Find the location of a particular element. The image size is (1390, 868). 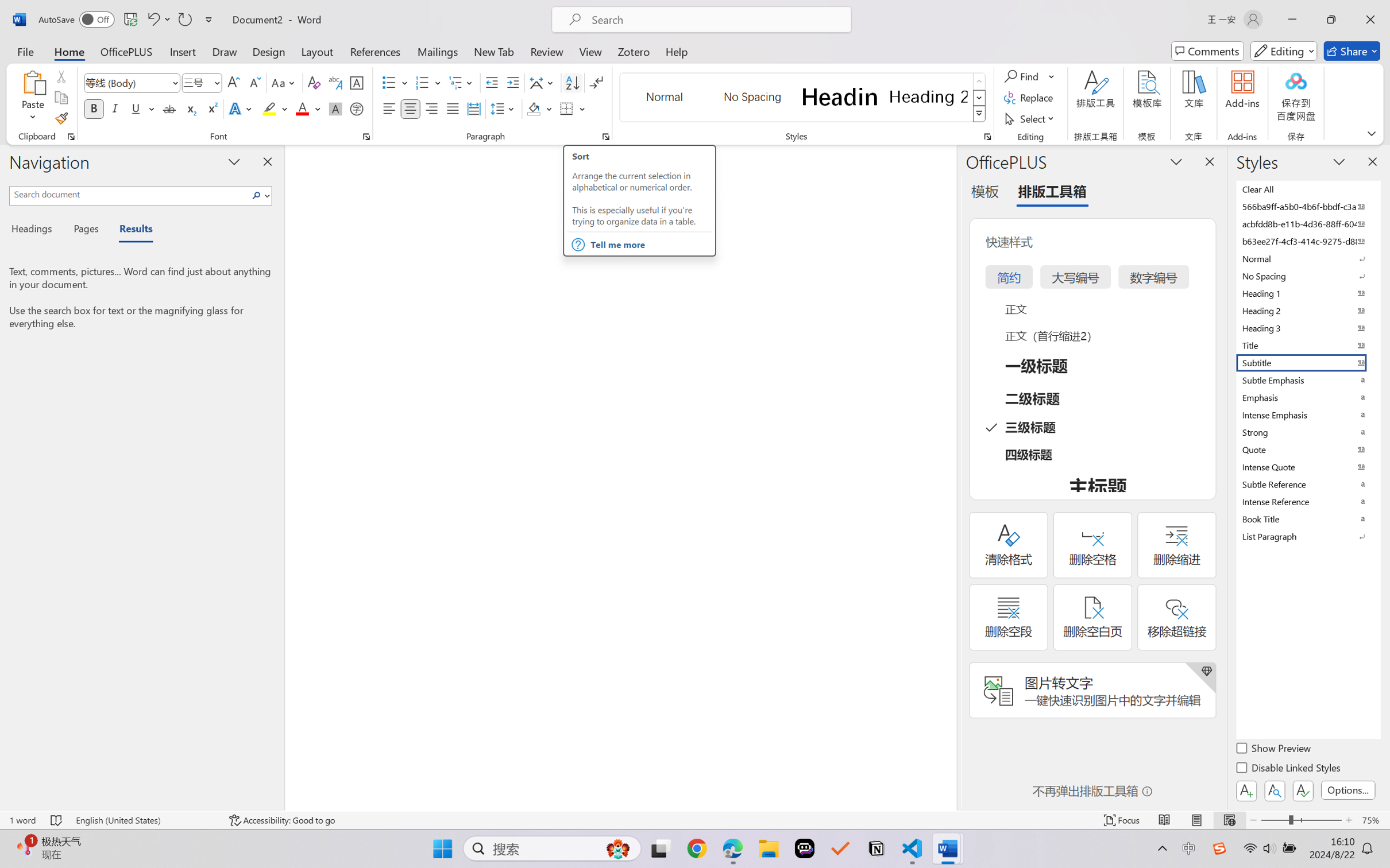

'Class: MsoCommandBar' is located at coordinates (695, 820).